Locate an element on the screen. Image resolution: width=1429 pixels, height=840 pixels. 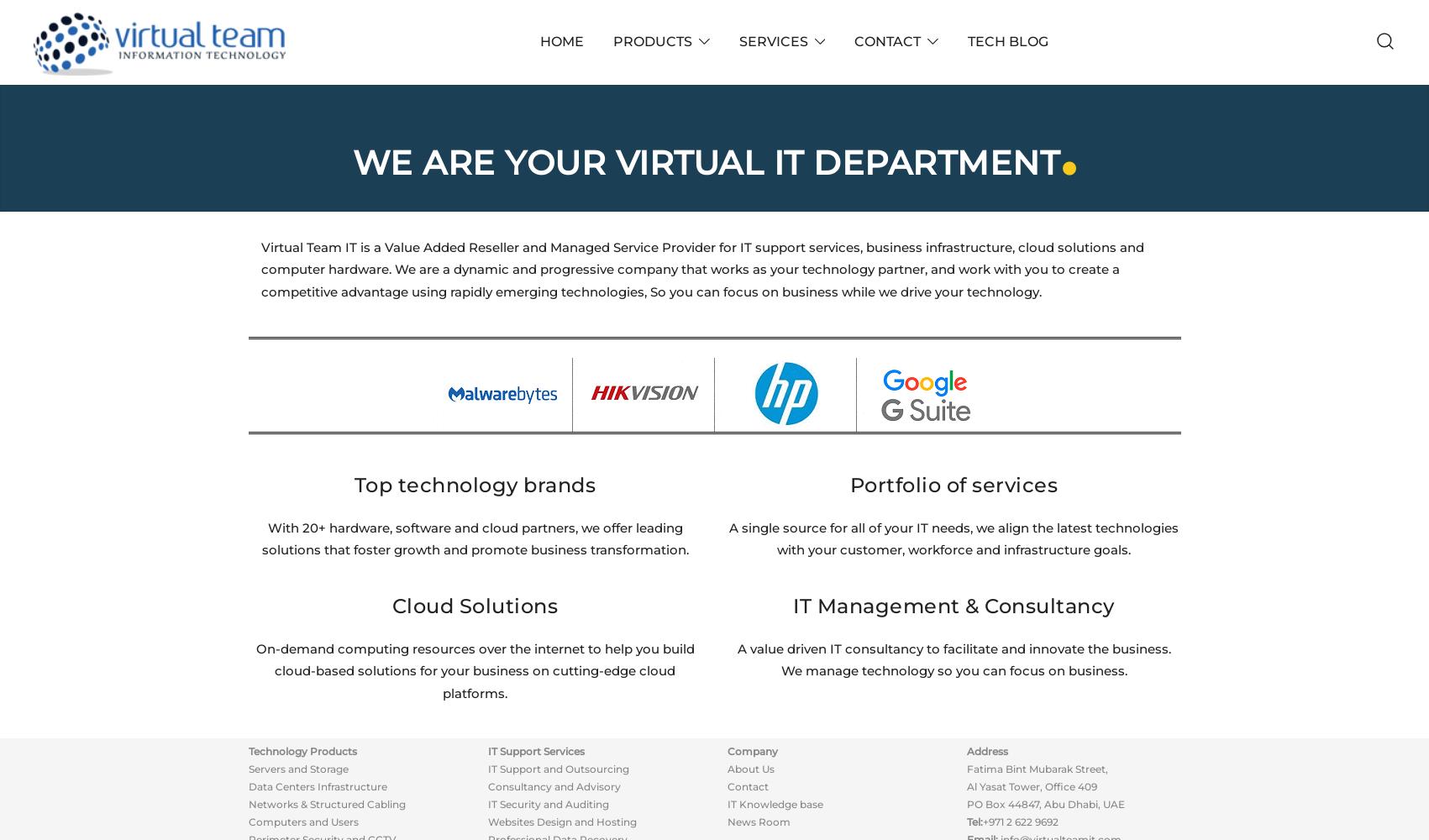
'Networks & Structured Cabling' is located at coordinates (247, 803).